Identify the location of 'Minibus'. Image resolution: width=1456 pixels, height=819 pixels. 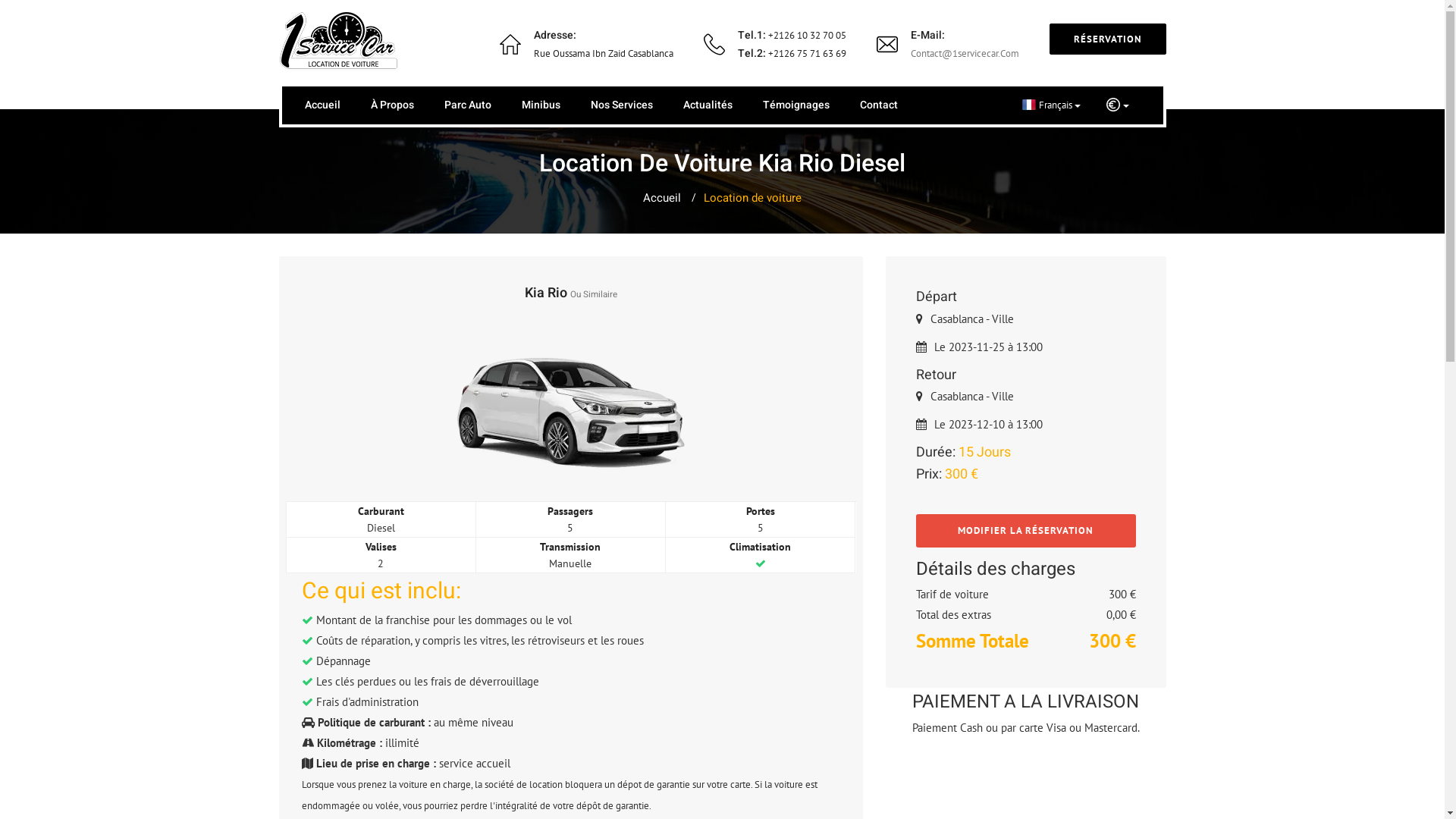
(541, 104).